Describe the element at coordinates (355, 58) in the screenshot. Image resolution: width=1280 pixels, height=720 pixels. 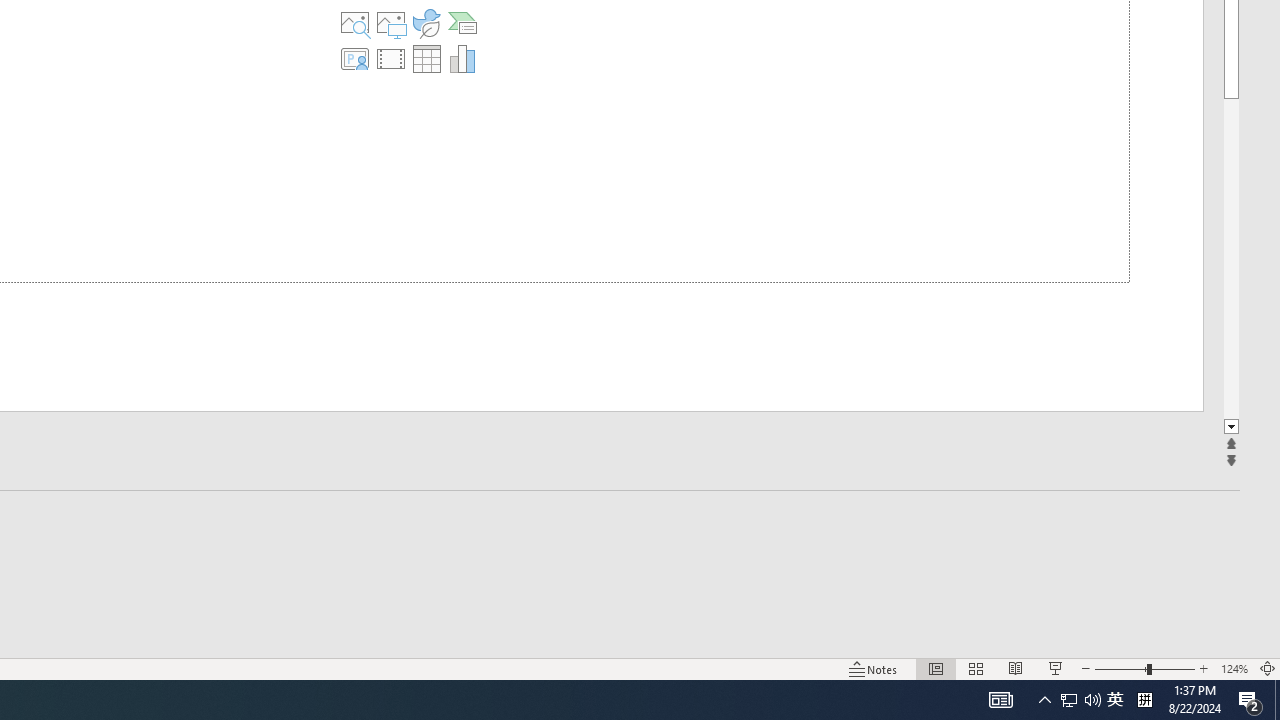
I see `'Insert Cameo'` at that location.